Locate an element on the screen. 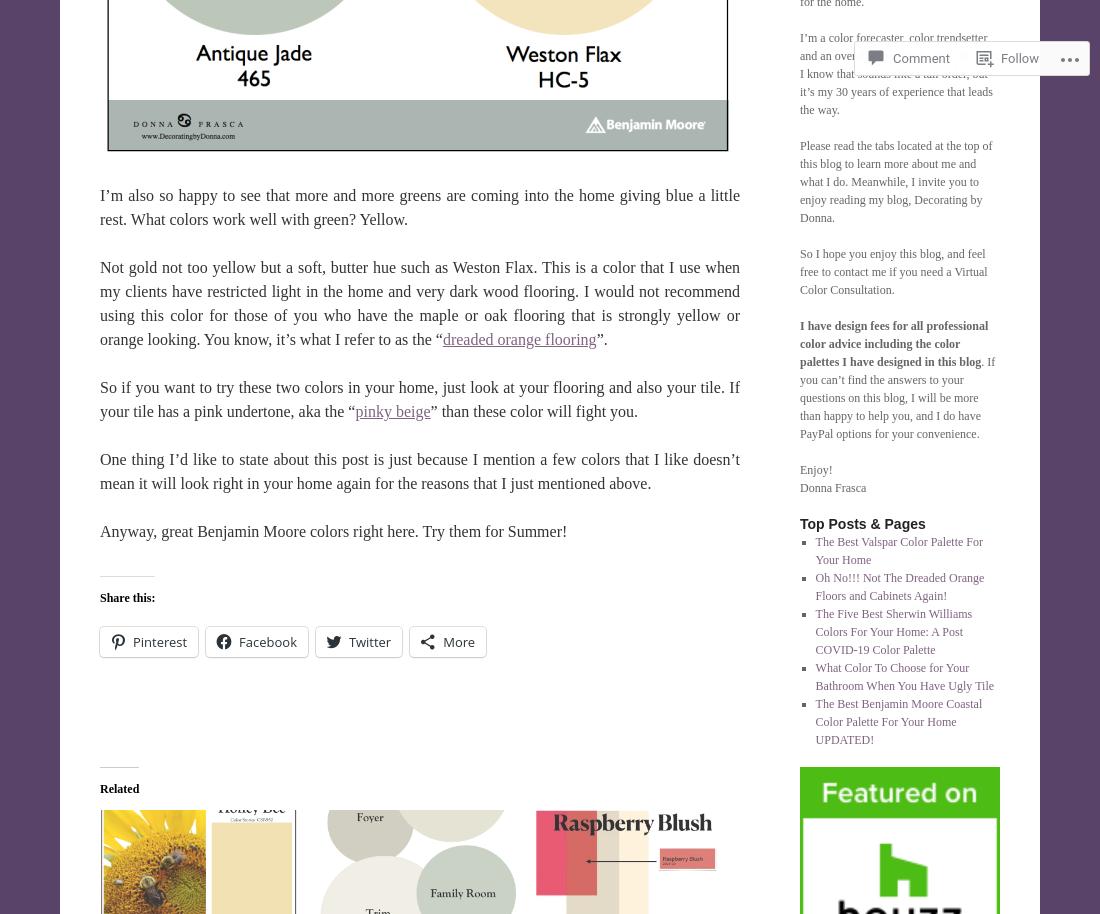  'The Five Best Sherwin Williams Colors For Your Home: A Post COVID-19 Color Palette' is located at coordinates (892, 631).